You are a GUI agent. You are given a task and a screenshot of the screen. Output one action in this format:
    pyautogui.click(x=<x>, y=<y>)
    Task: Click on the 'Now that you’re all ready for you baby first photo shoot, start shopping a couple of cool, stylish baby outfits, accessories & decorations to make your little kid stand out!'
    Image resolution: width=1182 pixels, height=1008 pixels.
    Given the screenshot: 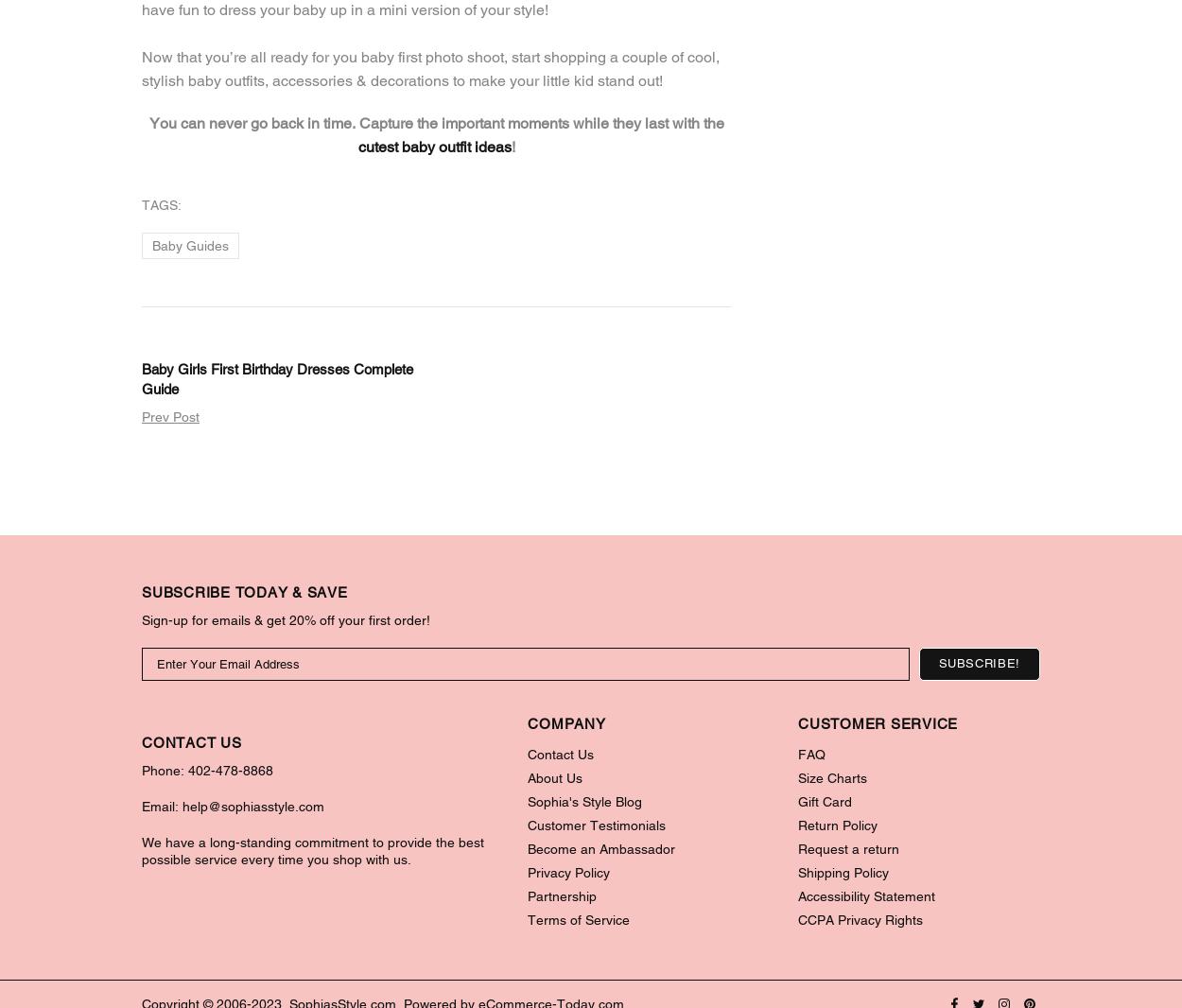 What is the action you would take?
    pyautogui.click(x=142, y=66)
    